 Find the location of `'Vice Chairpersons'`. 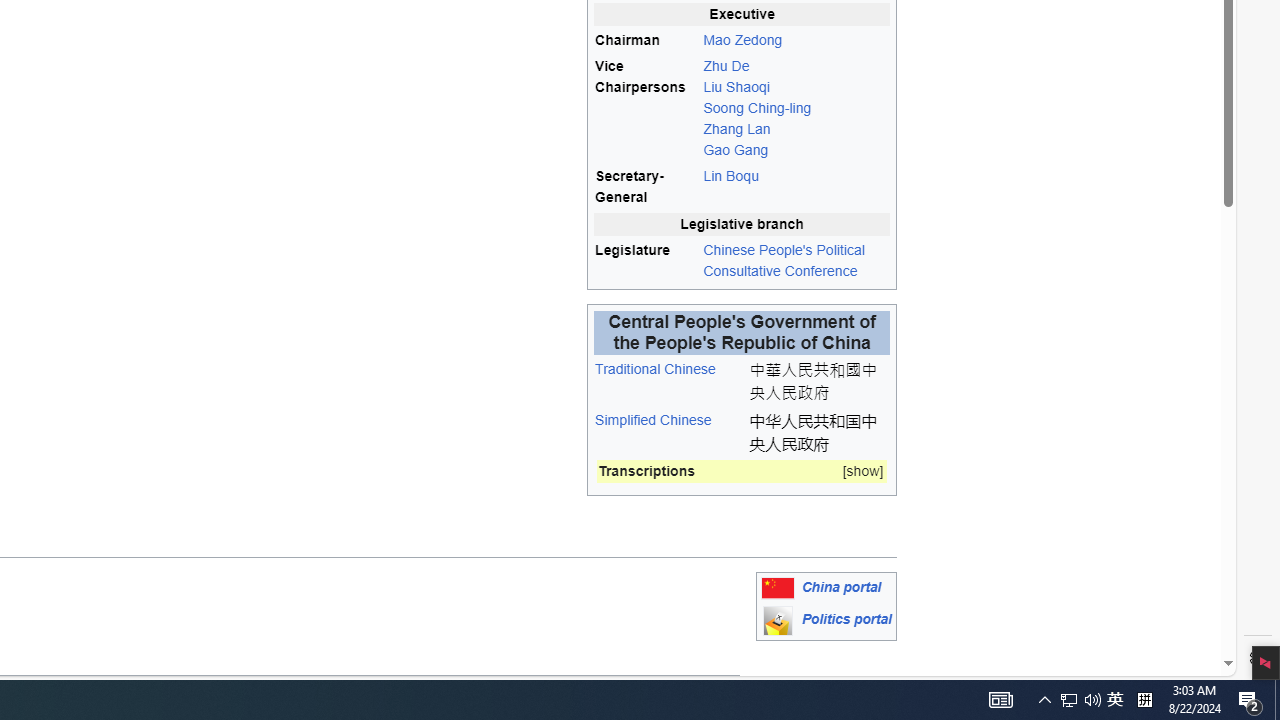

'Vice Chairpersons' is located at coordinates (647, 108).